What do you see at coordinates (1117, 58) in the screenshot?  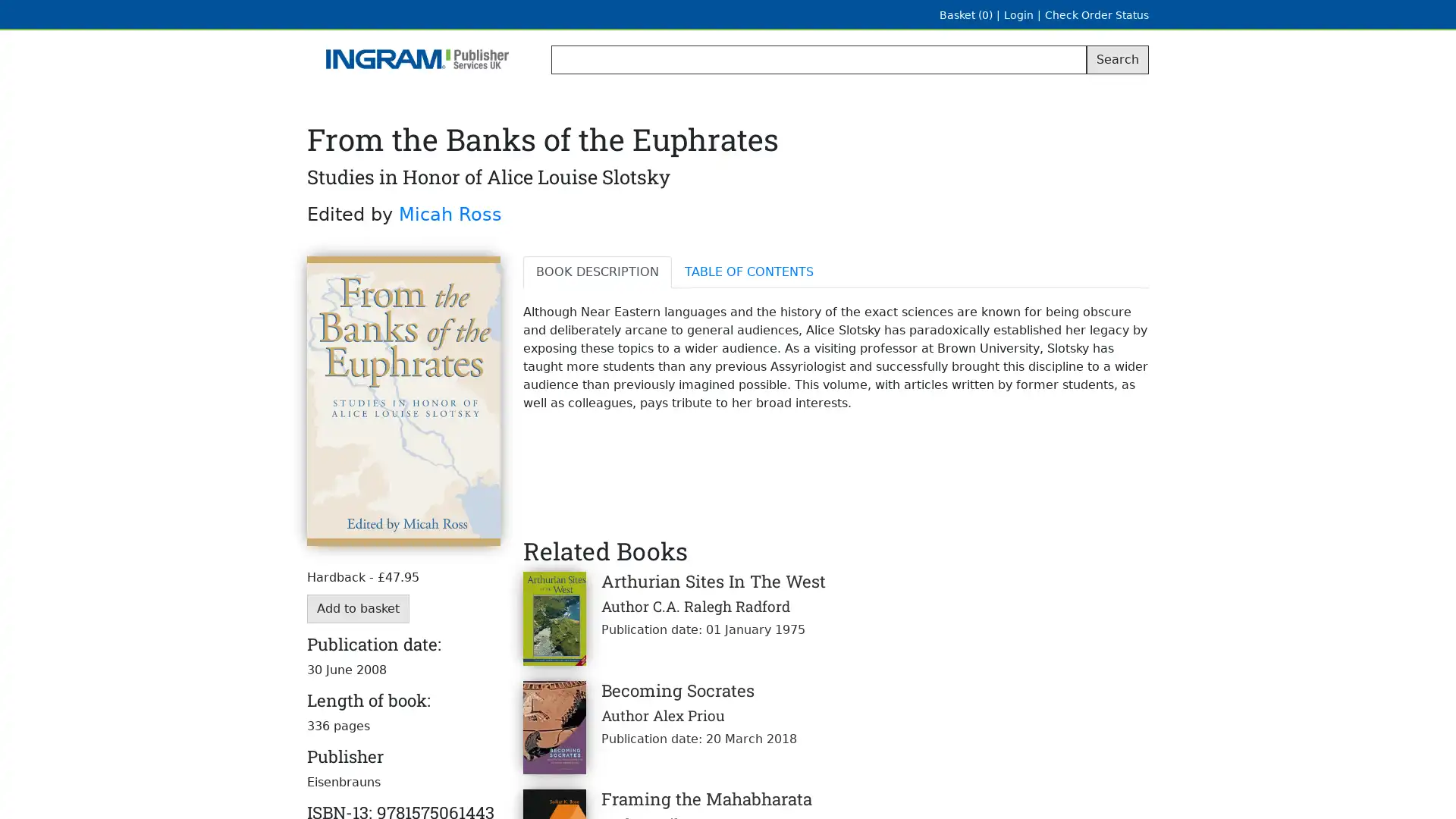 I see `Search` at bounding box center [1117, 58].